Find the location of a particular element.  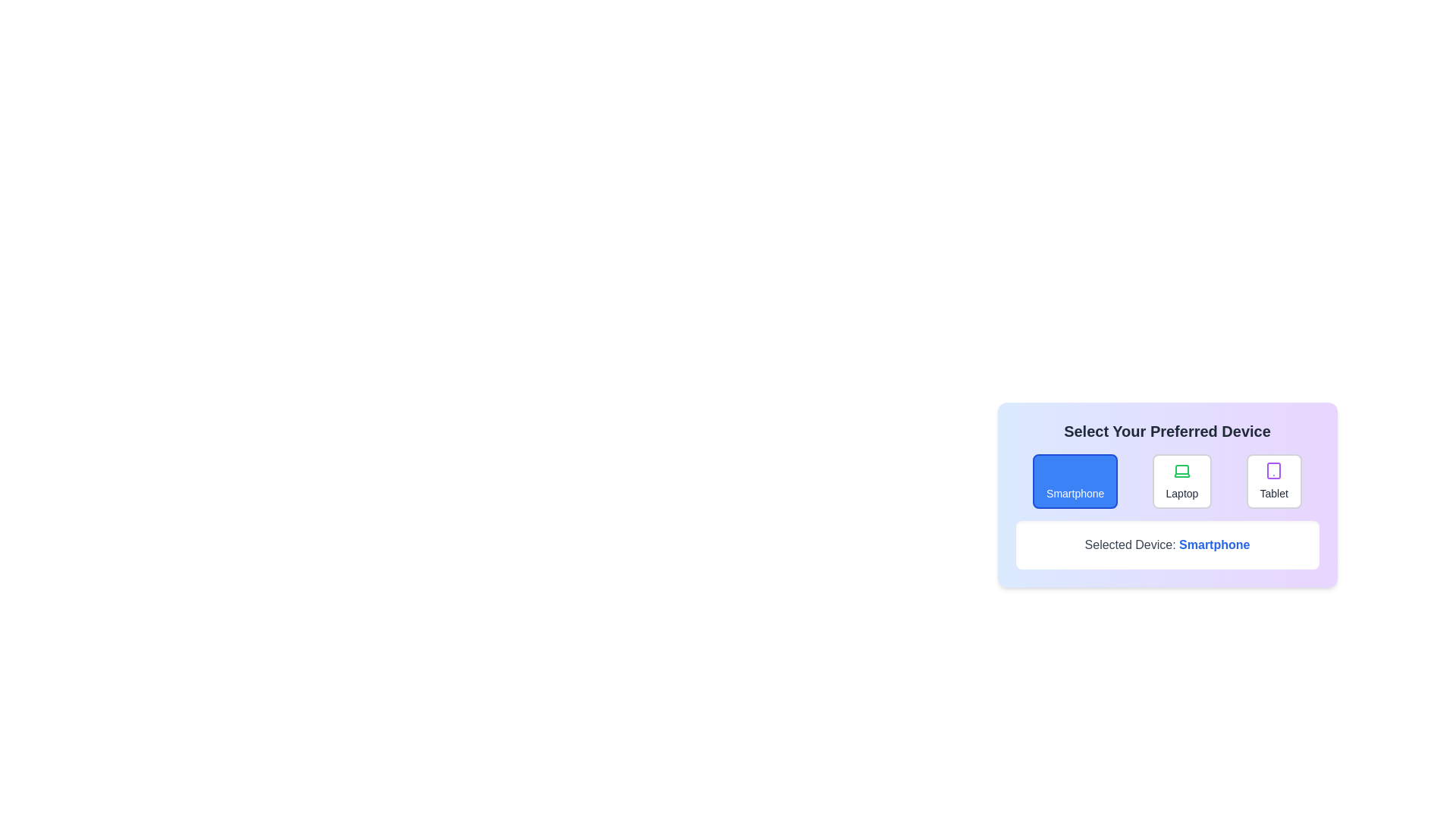

the 'Laptop' button is located at coordinates (1166, 482).